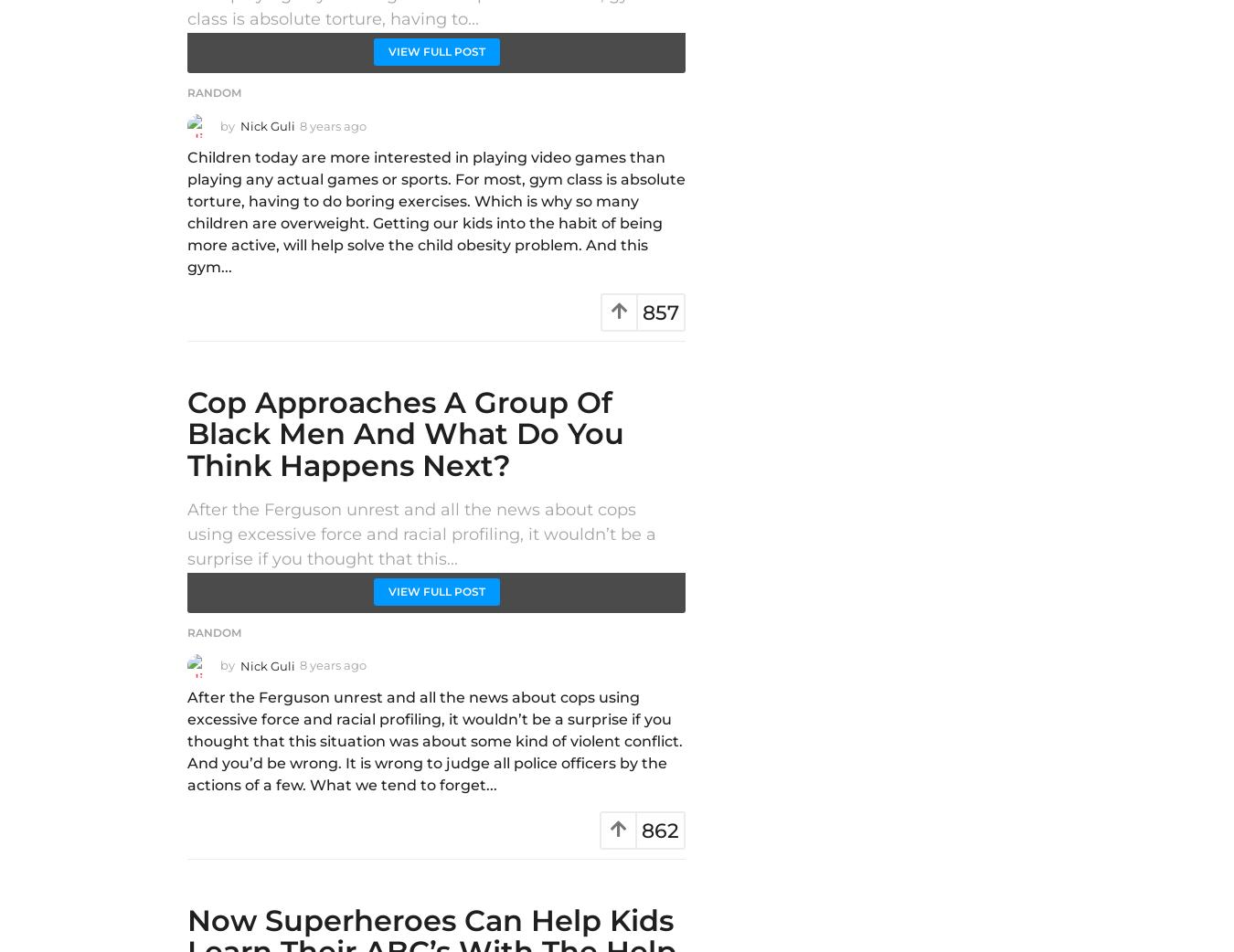 Image resolution: width=1234 pixels, height=952 pixels. Describe the element at coordinates (659, 829) in the screenshot. I see `'862'` at that location.